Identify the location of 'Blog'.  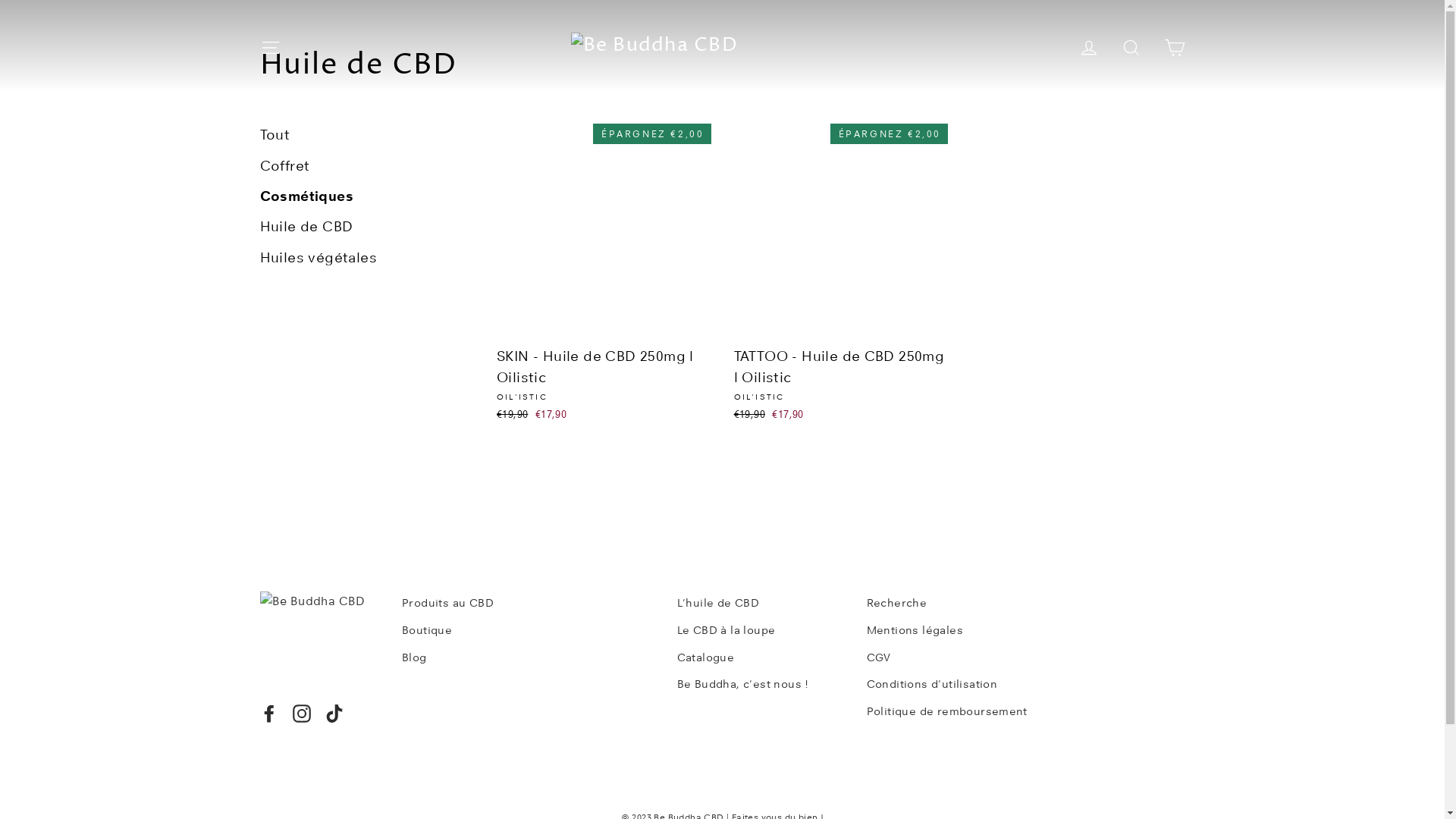
(528, 657).